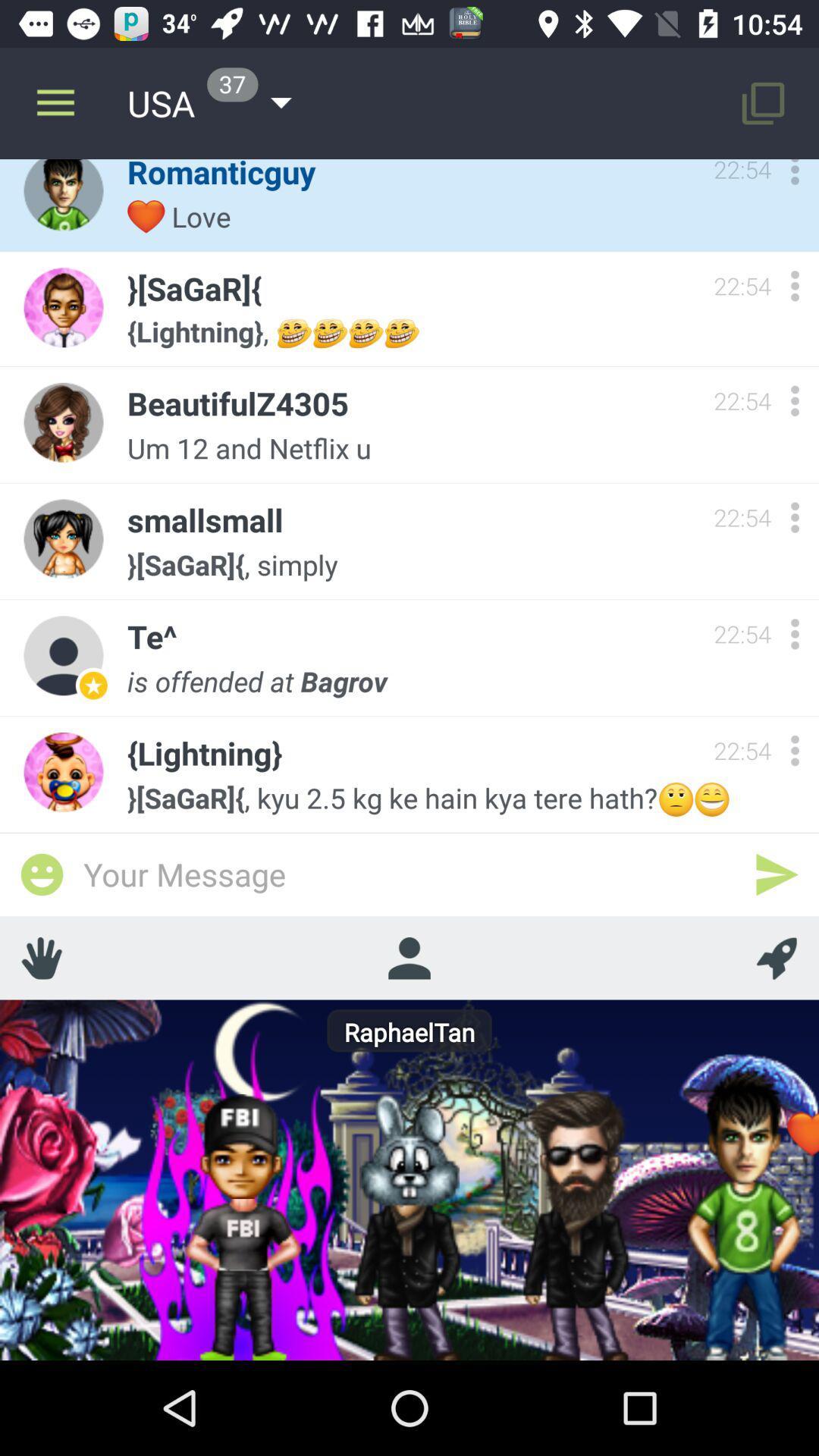  I want to click on shows fingers icon, so click(41, 957).